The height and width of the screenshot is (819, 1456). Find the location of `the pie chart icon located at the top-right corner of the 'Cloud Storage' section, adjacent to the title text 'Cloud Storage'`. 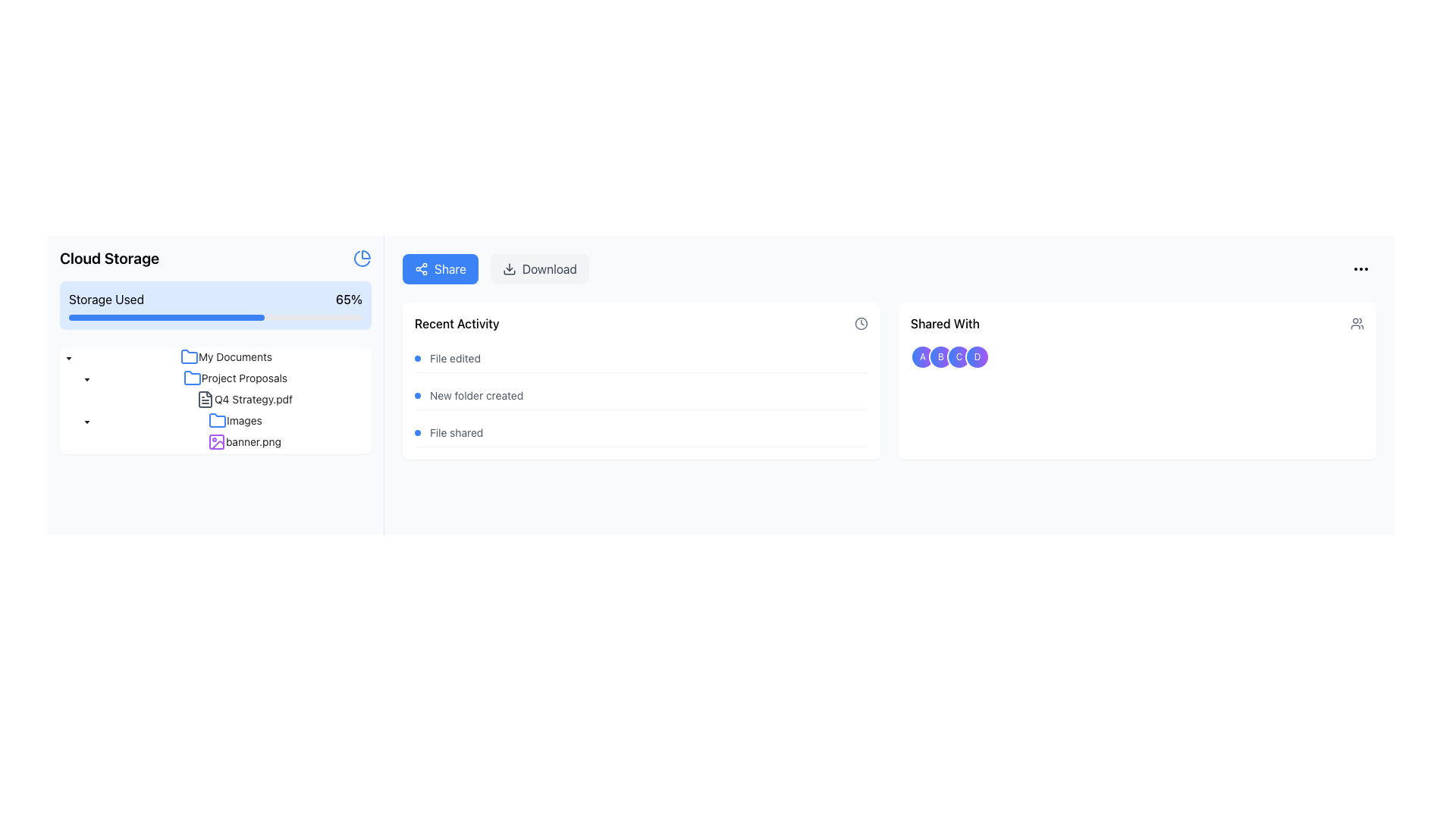

the pie chart icon located at the top-right corner of the 'Cloud Storage' section, adjacent to the title text 'Cloud Storage' is located at coordinates (362, 257).